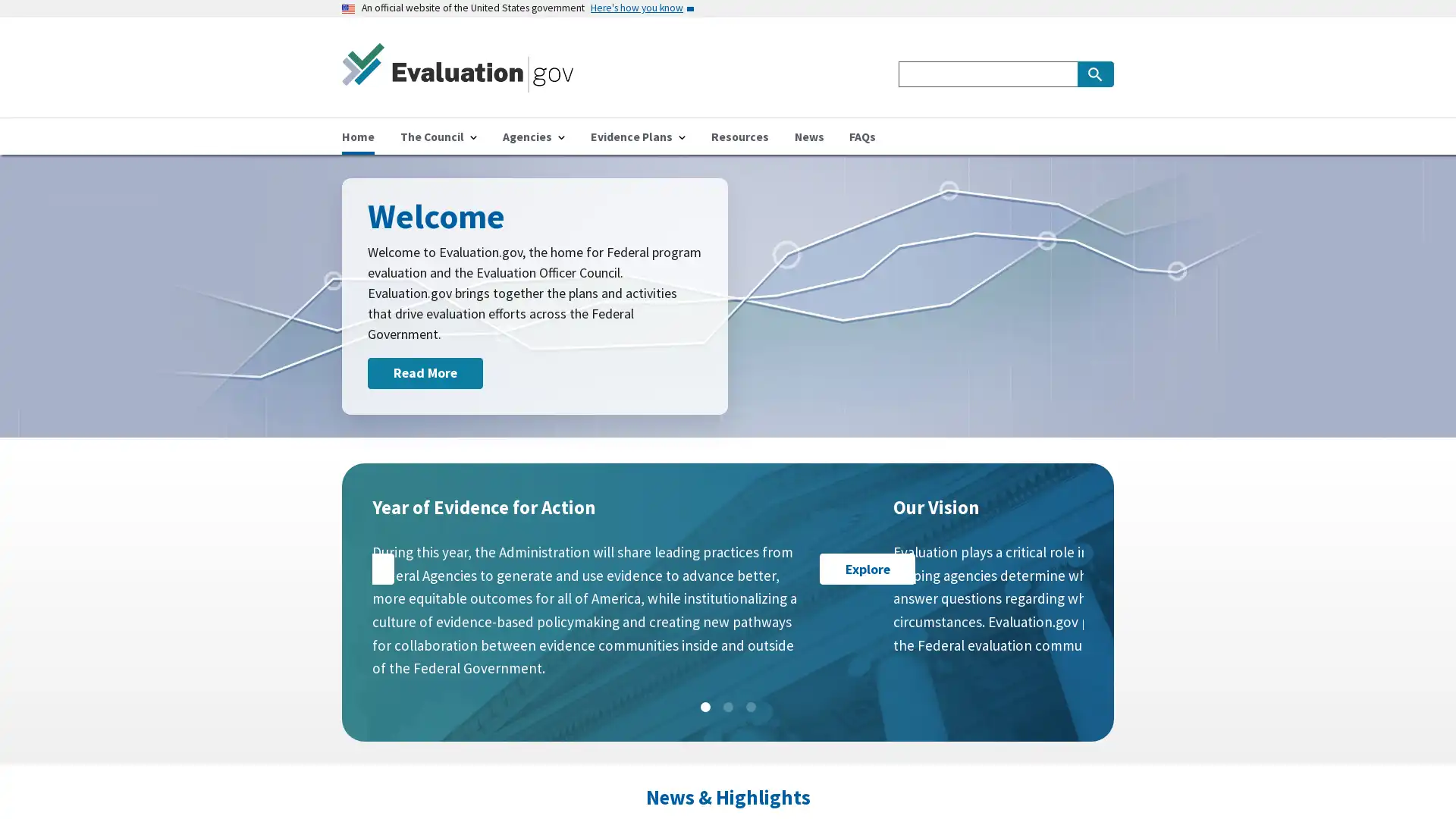 This screenshot has width=1456, height=819. What do you see at coordinates (704, 684) in the screenshot?
I see `Slide: 1` at bounding box center [704, 684].